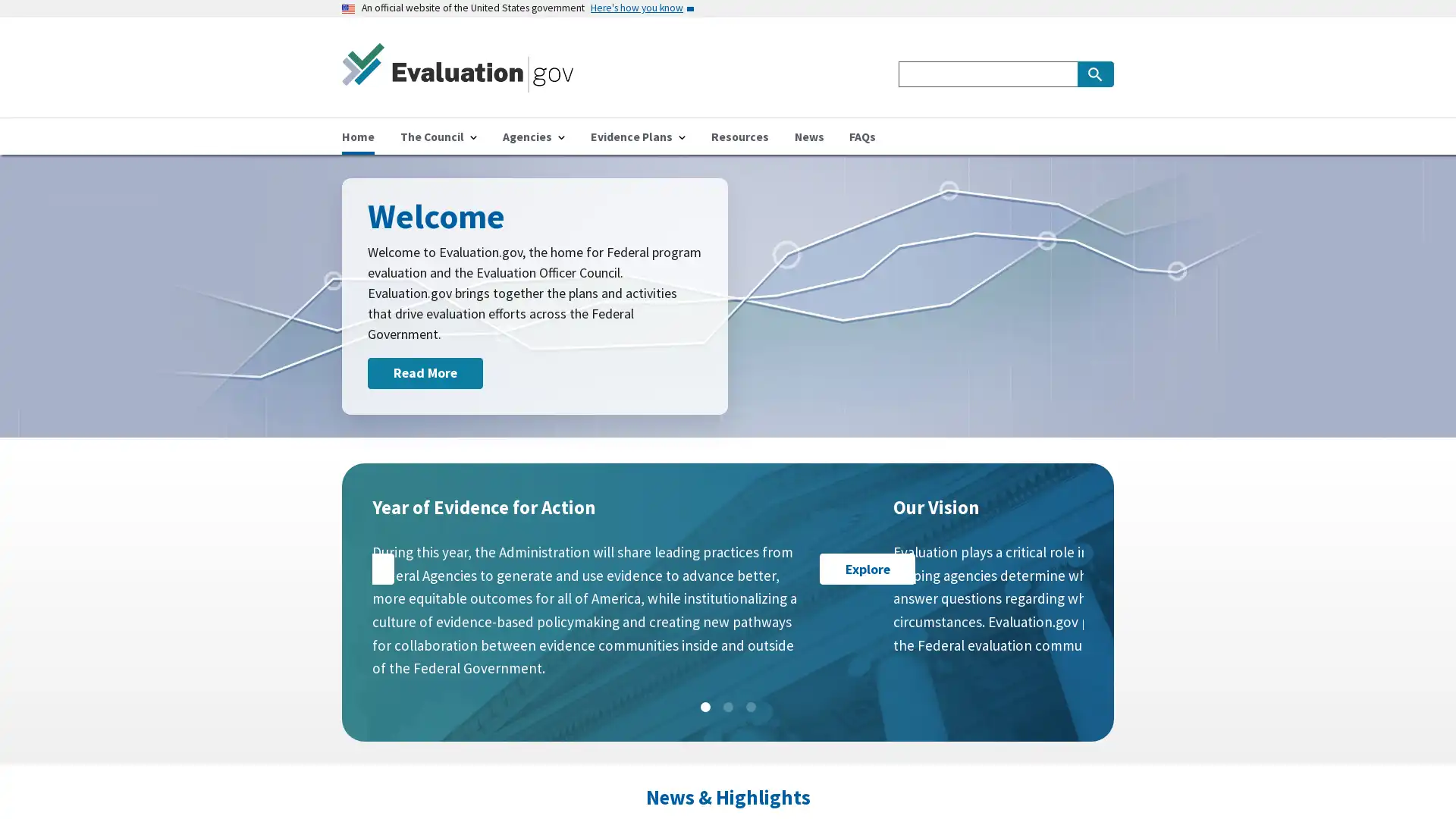 This screenshot has width=1456, height=819. What do you see at coordinates (704, 684) in the screenshot?
I see `Slide: 1` at bounding box center [704, 684].